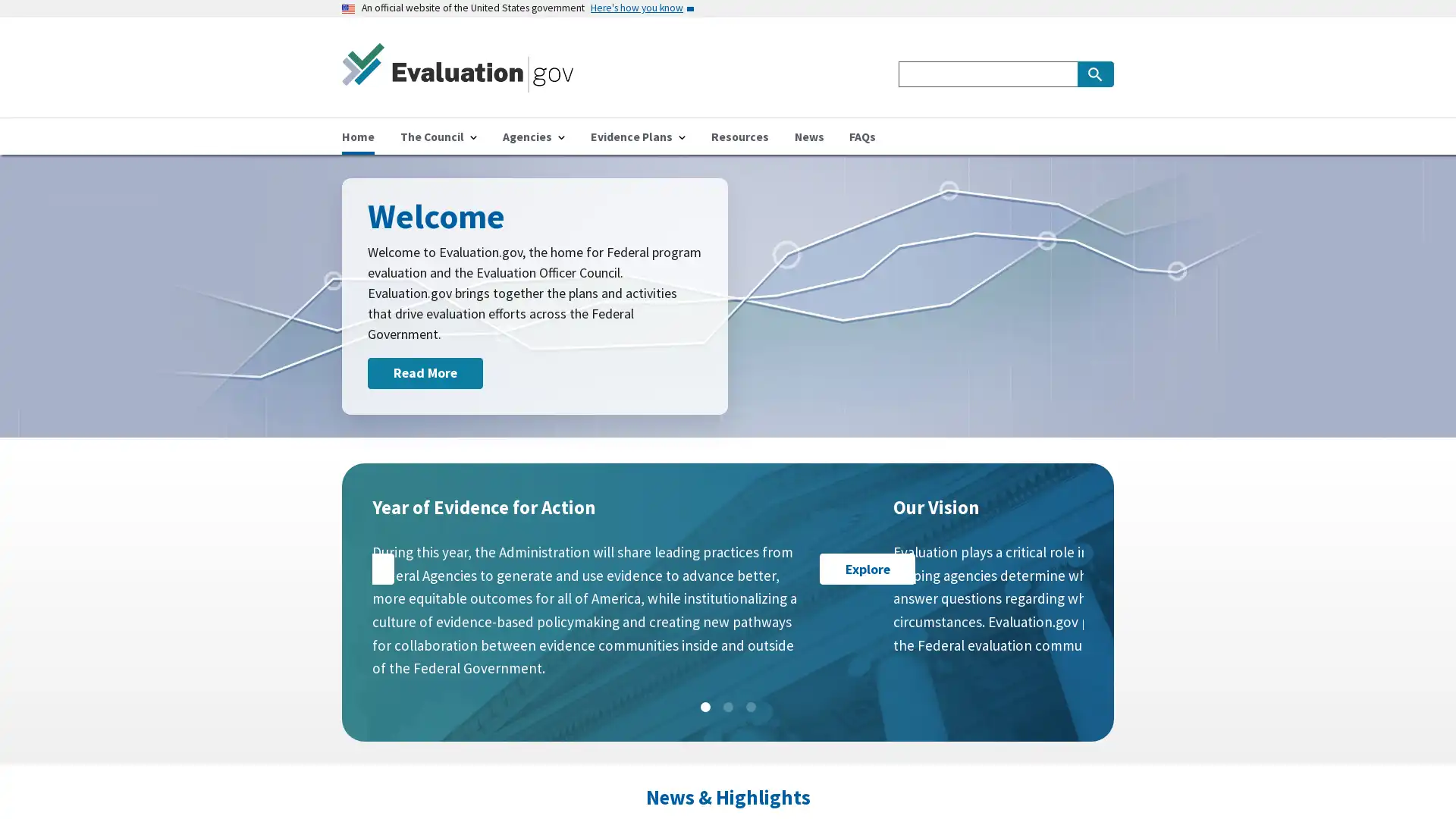 This screenshot has width=1456, height=819. What do you see at coordinates (704, 684) in the screenshot?
I see `Slide: 1` at bounding box center [704, 684].